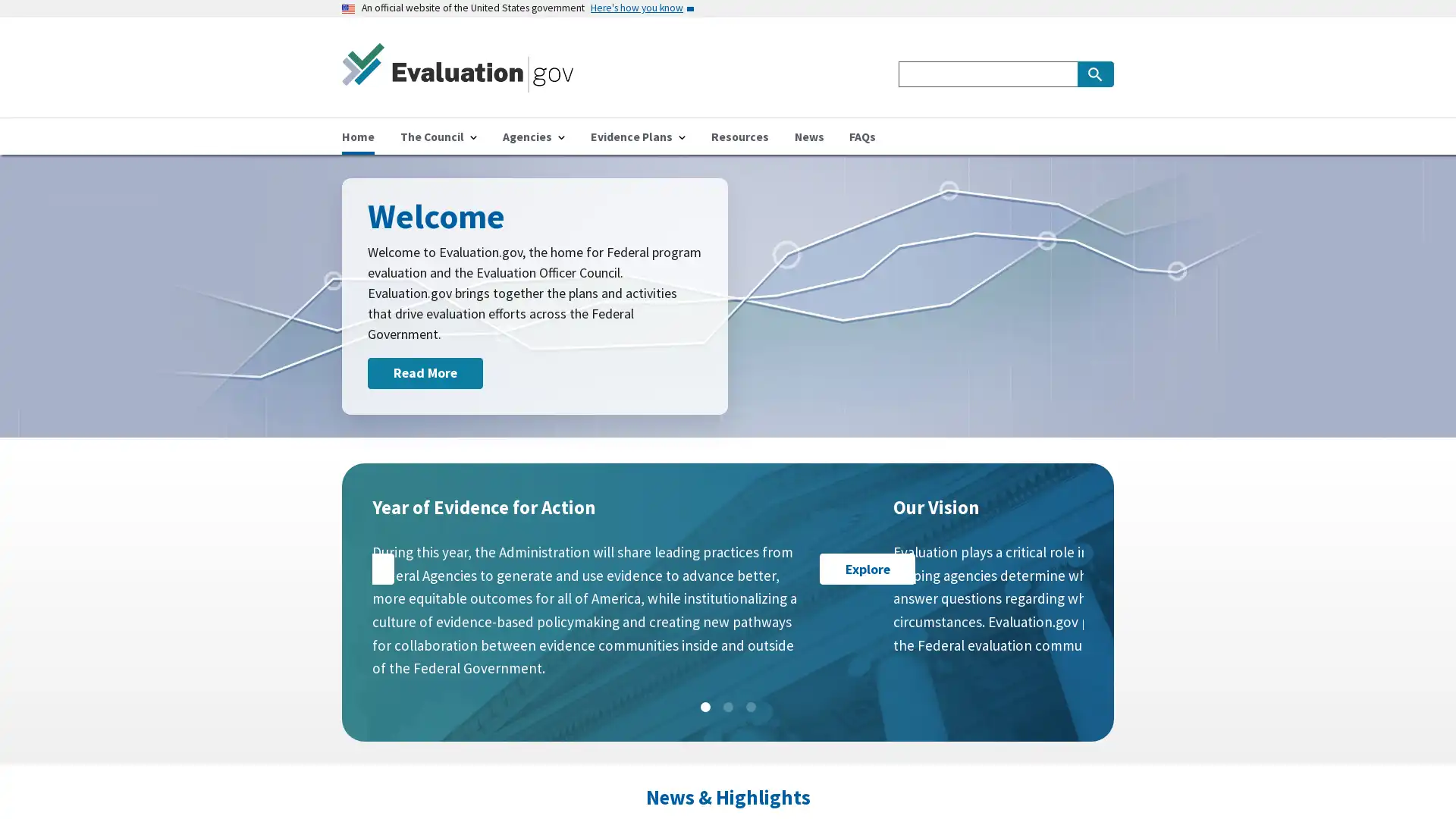 This screenshot has width=1456, height=819. What do you see at coordinates (704, 684) in the screenshot?
I see `Slide: 1` at bounding box center [704, 684].